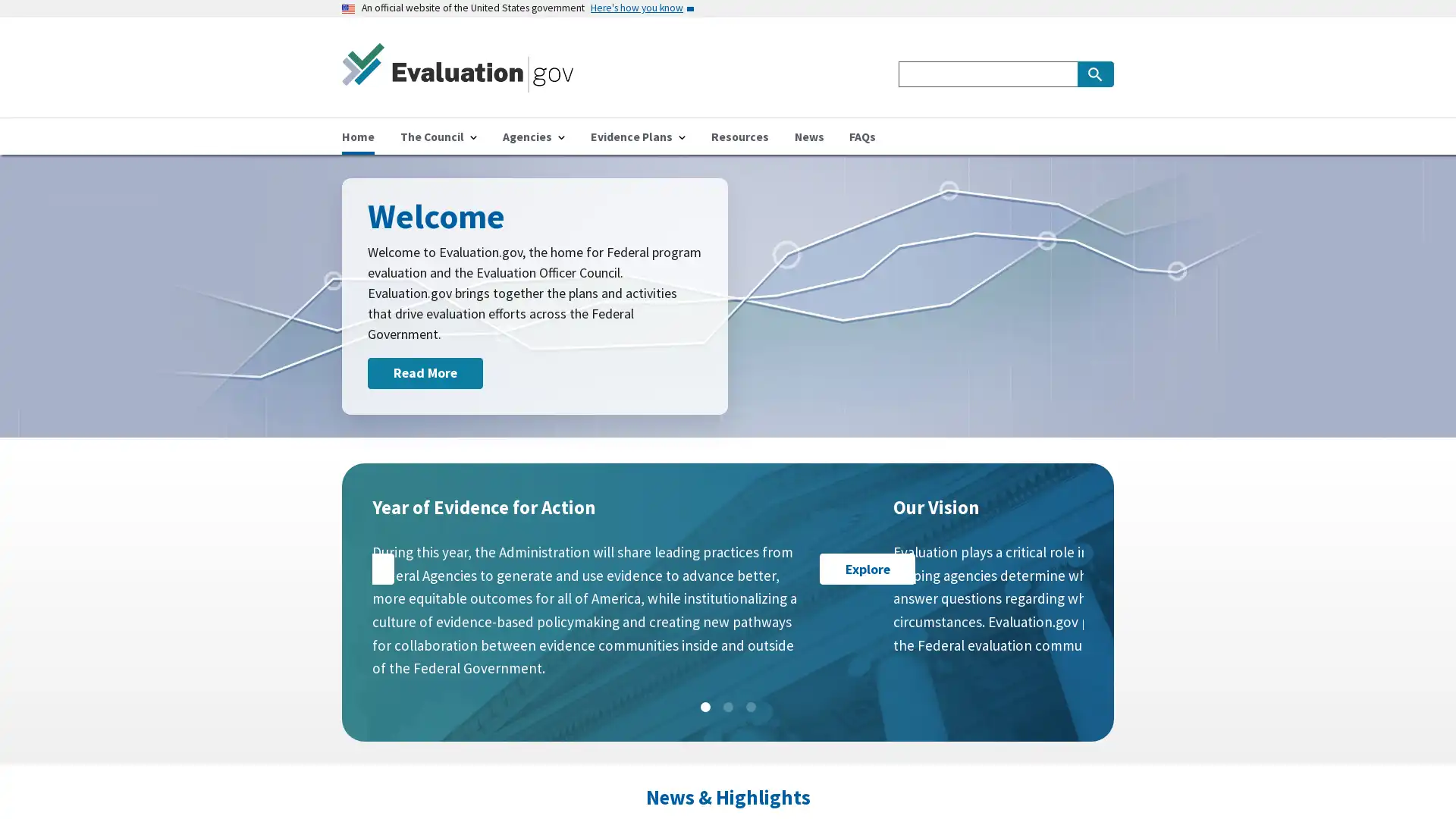 This screenshot has width=1456, height=819. What do you see at coordinates (704, 684) in the screenshot?
I see `Slide: 1` at bounding box center [704, 684].